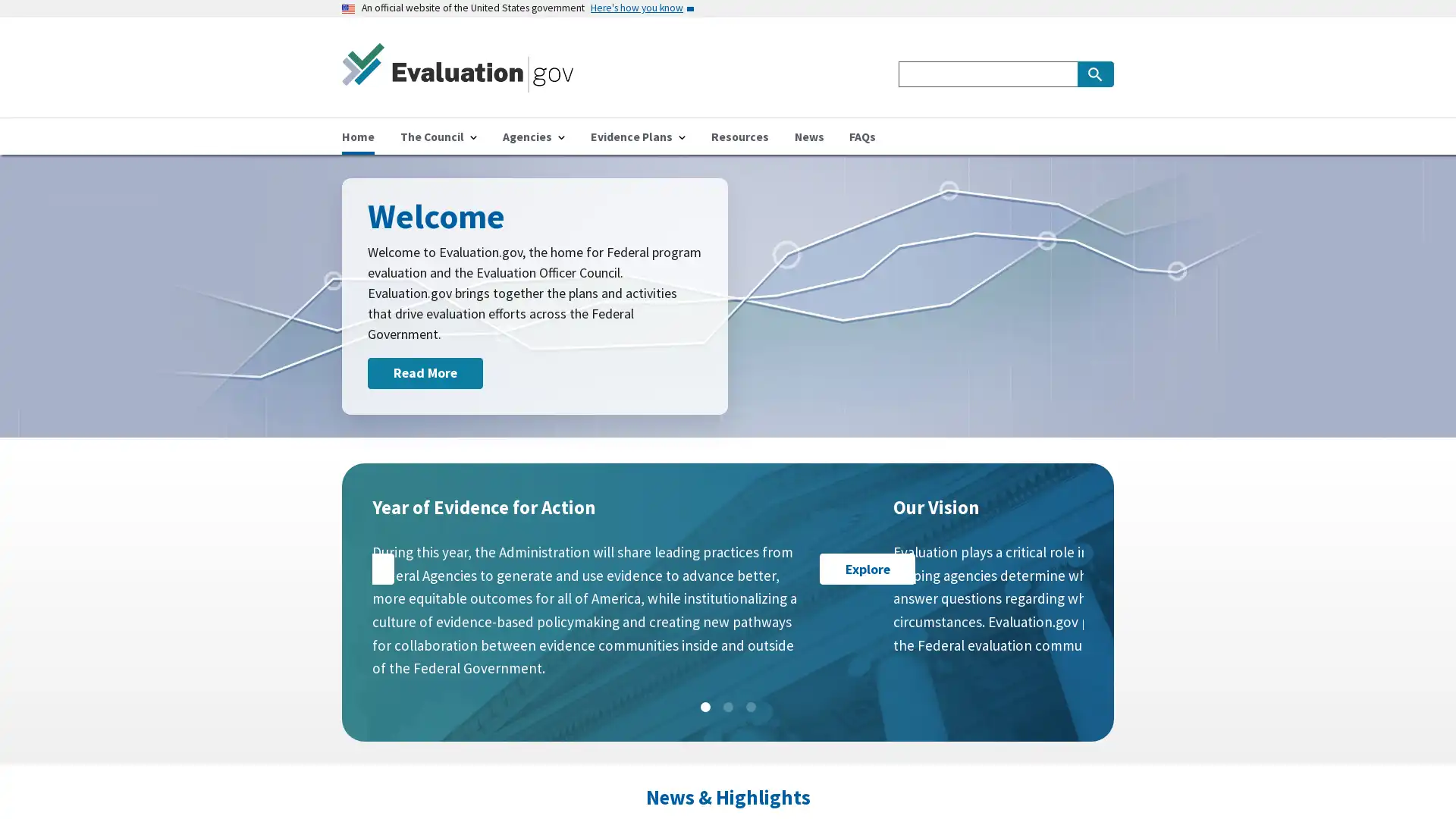 This screenshot has width=1456, height=819. What do you see at coordinates (704, 684) in the screenshot?
I see `Slide: 1` at bounding box center [704, 684].